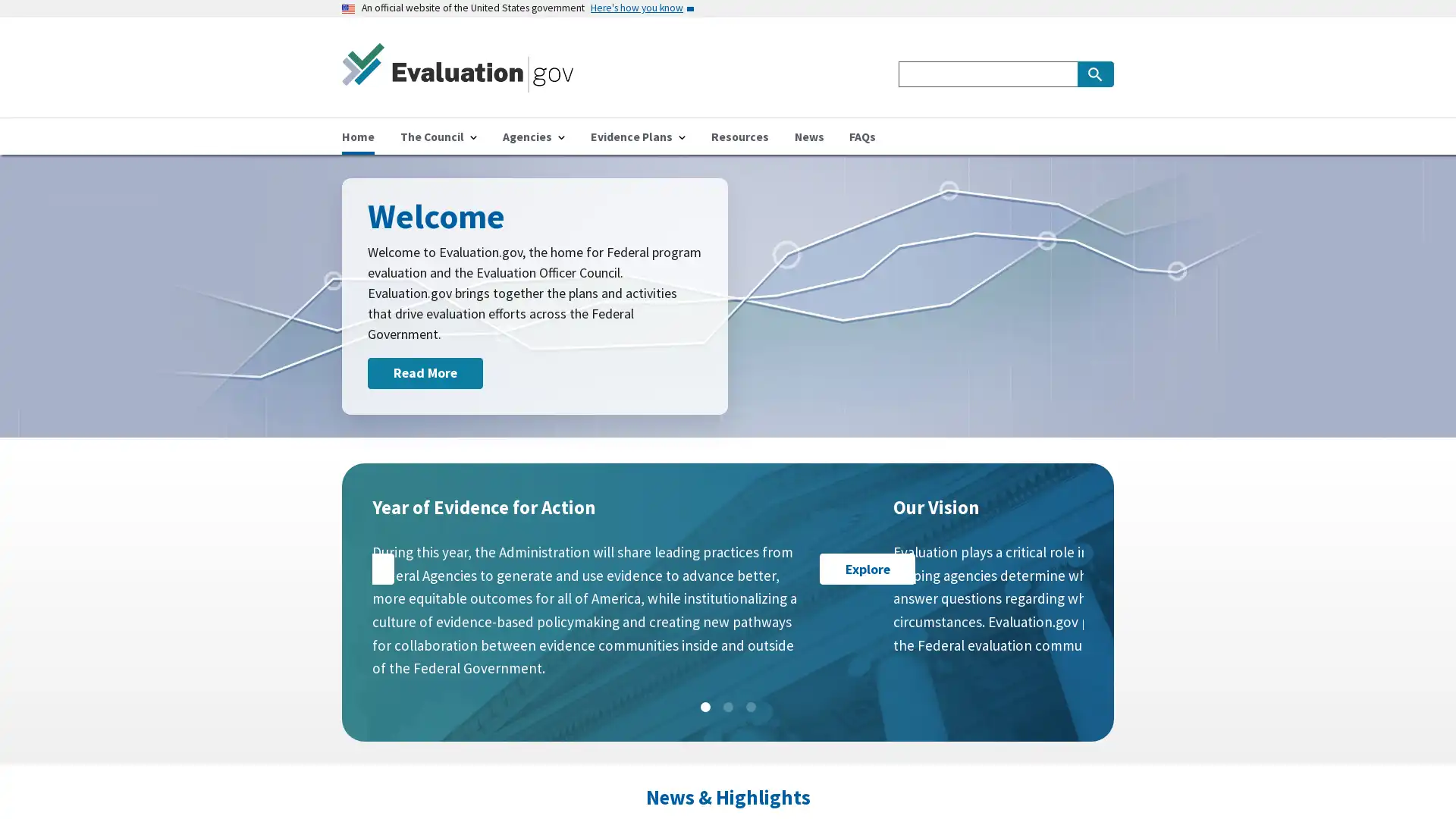 This screenshot has width=1456, height=819. What do you see at coordinates (704, 684) in the screenshot?
I see `Slide: 1` at bounding box center [704, 684].